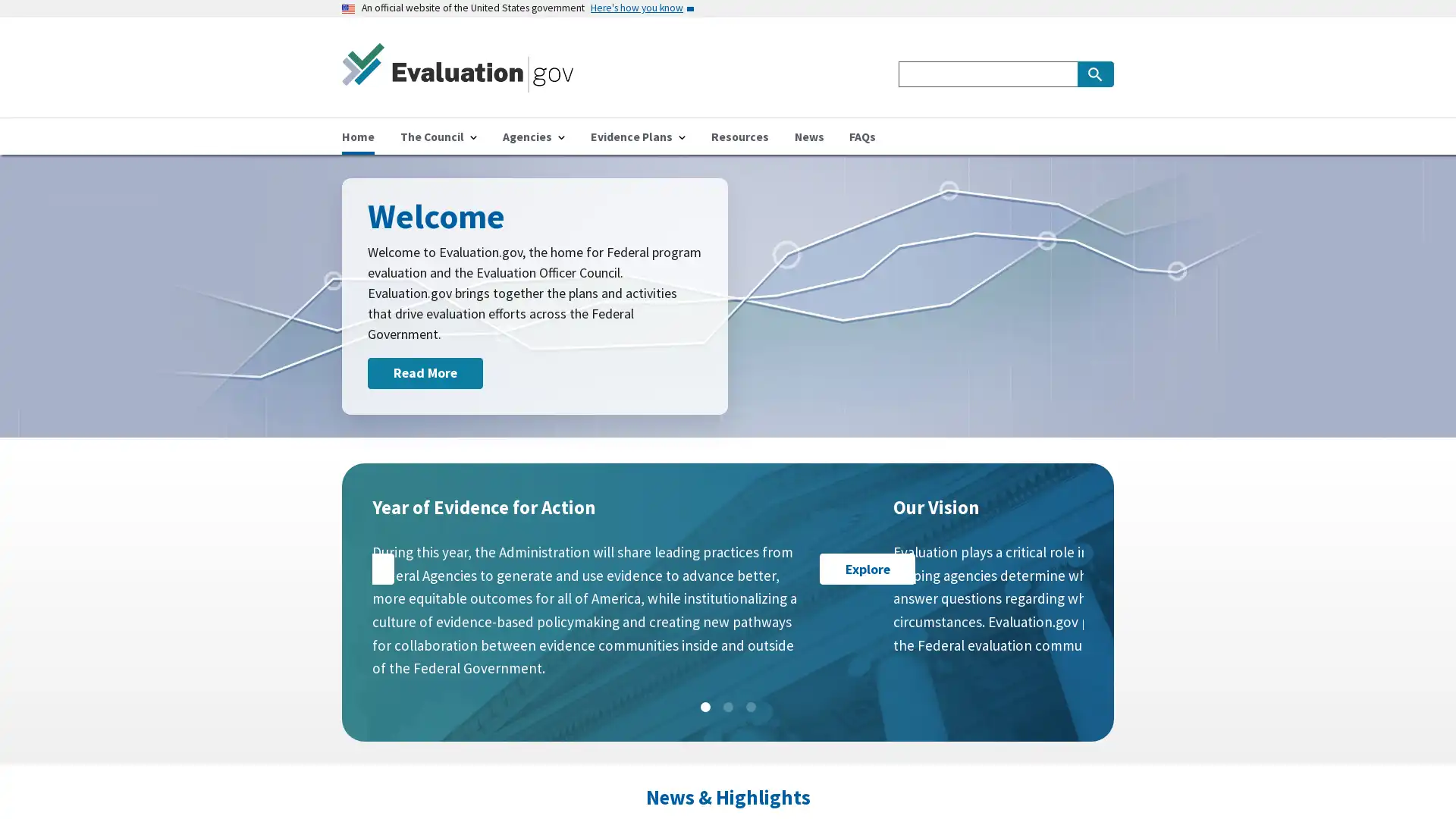 This screenshot has width=1456, height=819. What do you see at coordinates (704, 684) in the screenshot?
I see `Slide: 1` at bounding box center [704, 684].